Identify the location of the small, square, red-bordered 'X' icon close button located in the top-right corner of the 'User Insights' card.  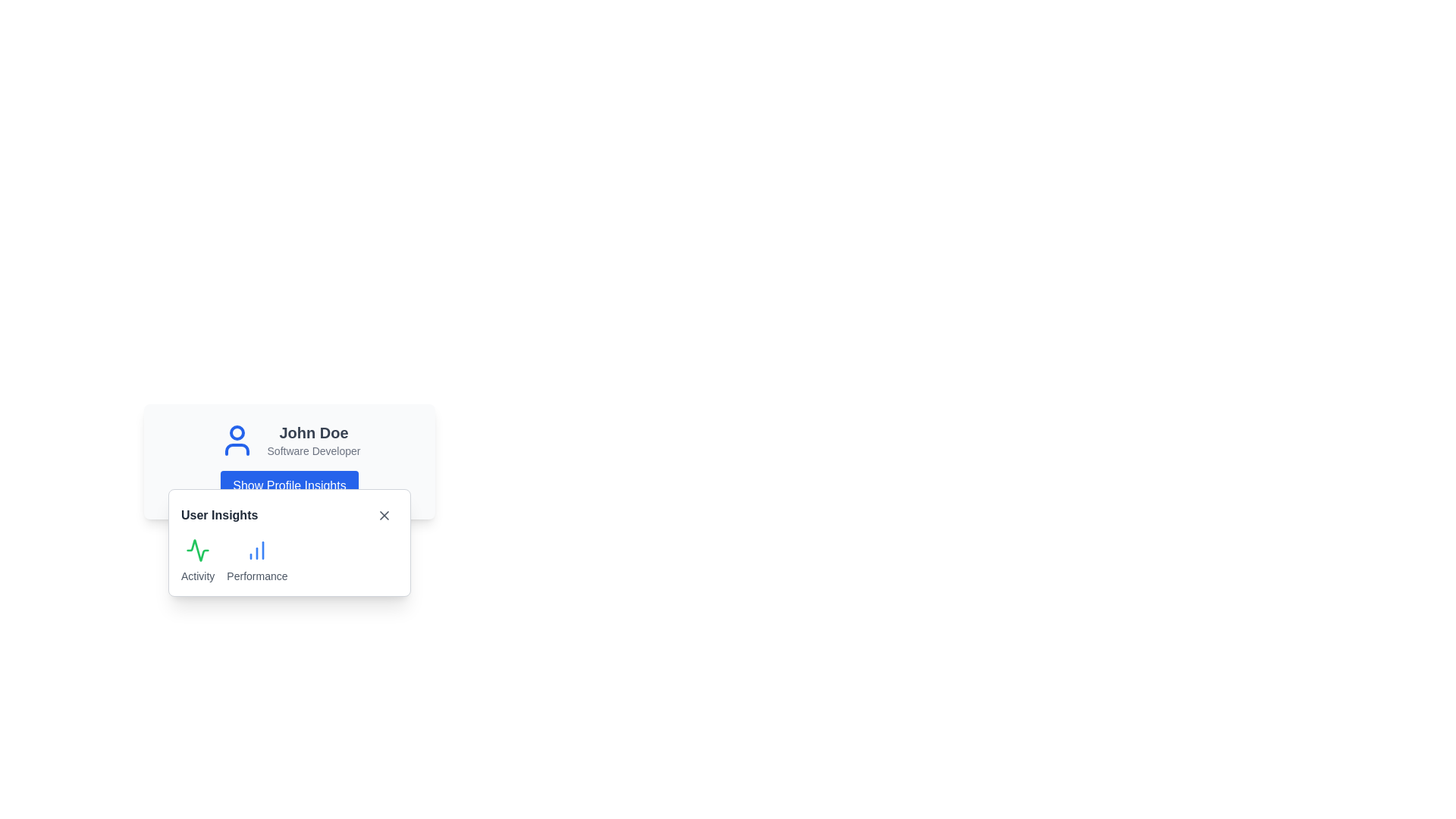
(384, 514).